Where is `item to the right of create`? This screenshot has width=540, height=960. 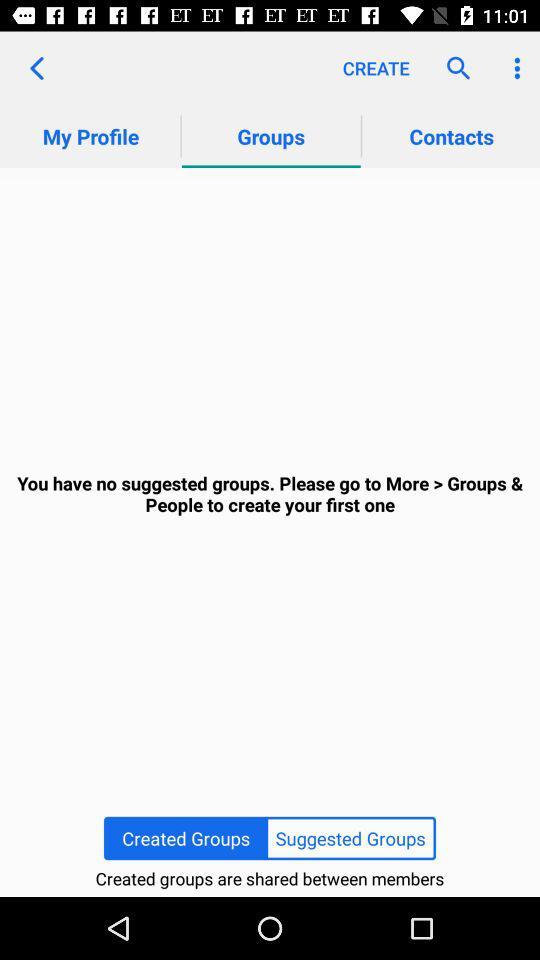 item to the right of create is located at coordinates (453, 68).